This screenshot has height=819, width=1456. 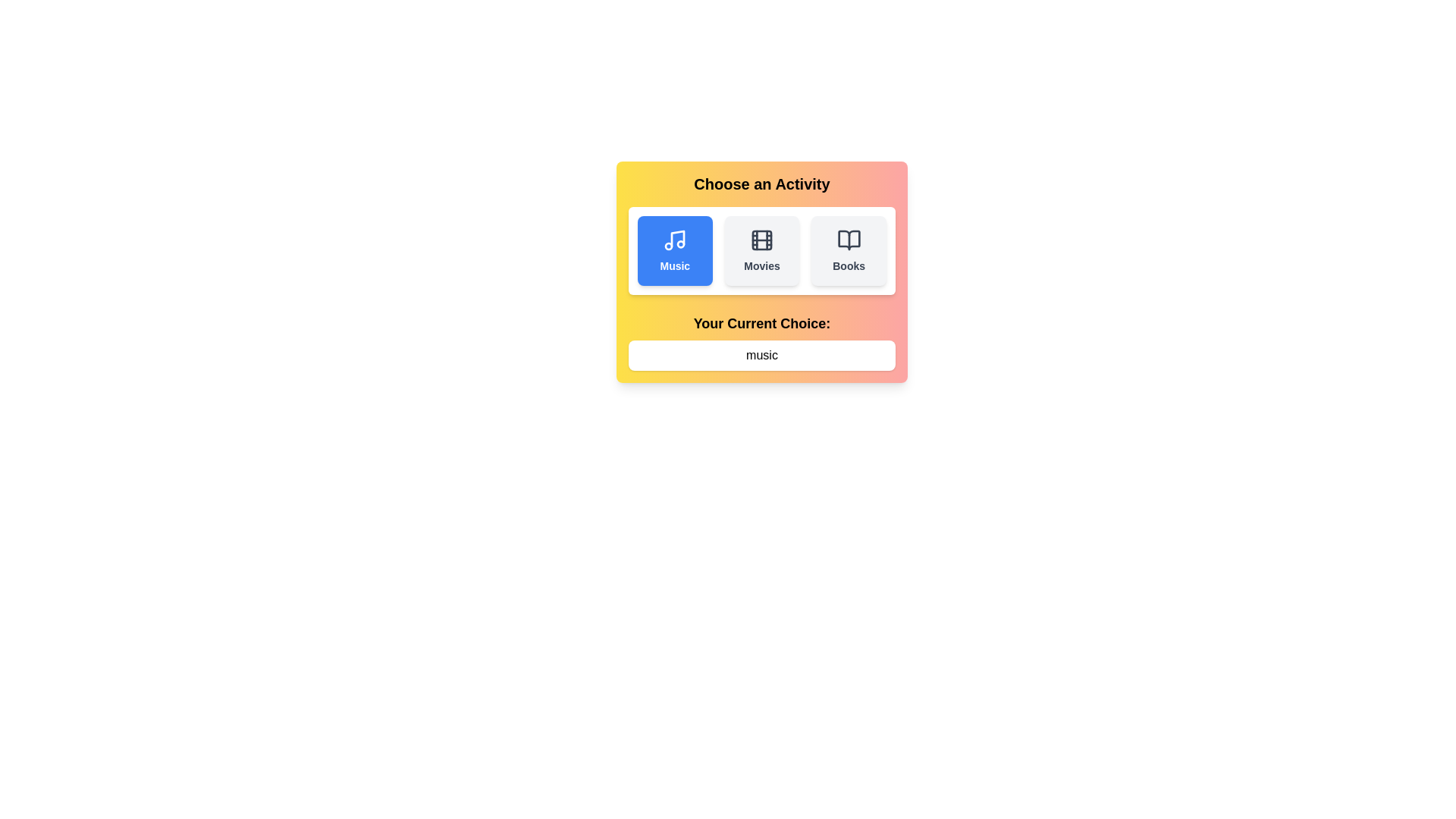 I want to click on the activity button labeled Music, so click(x=673, y=250).